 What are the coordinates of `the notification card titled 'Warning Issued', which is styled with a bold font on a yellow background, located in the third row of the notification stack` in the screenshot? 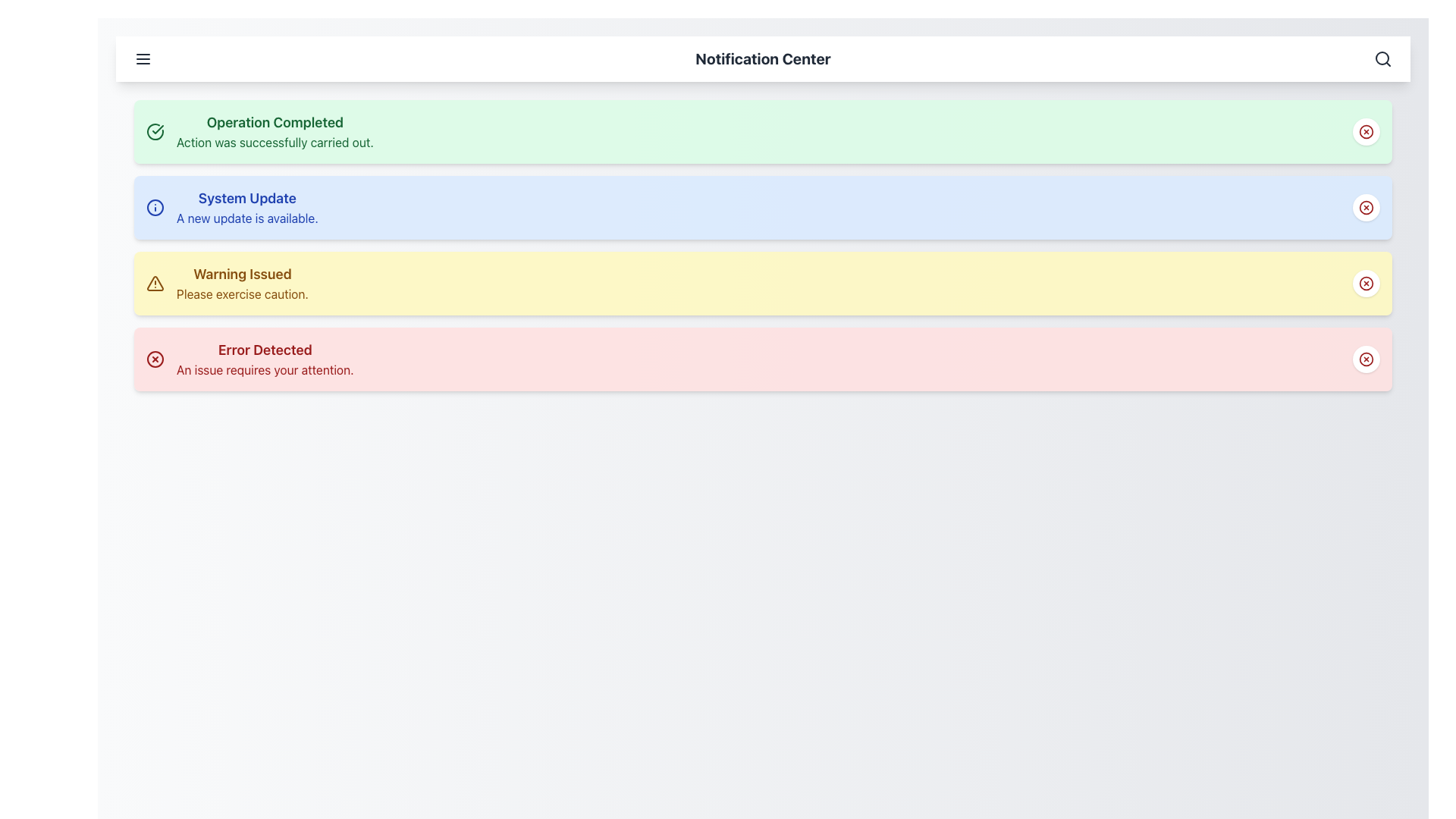 It's located at (241, 284).